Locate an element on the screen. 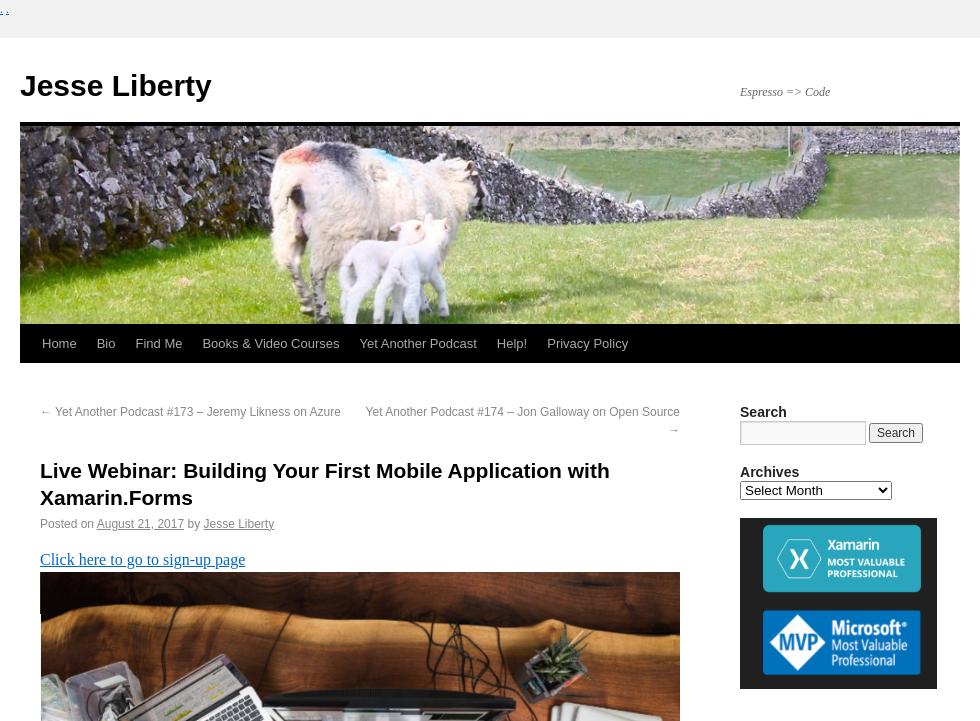 The height and width of the screenshot is (721, 980). 'Posted on' is located at coordinates (39, 523).